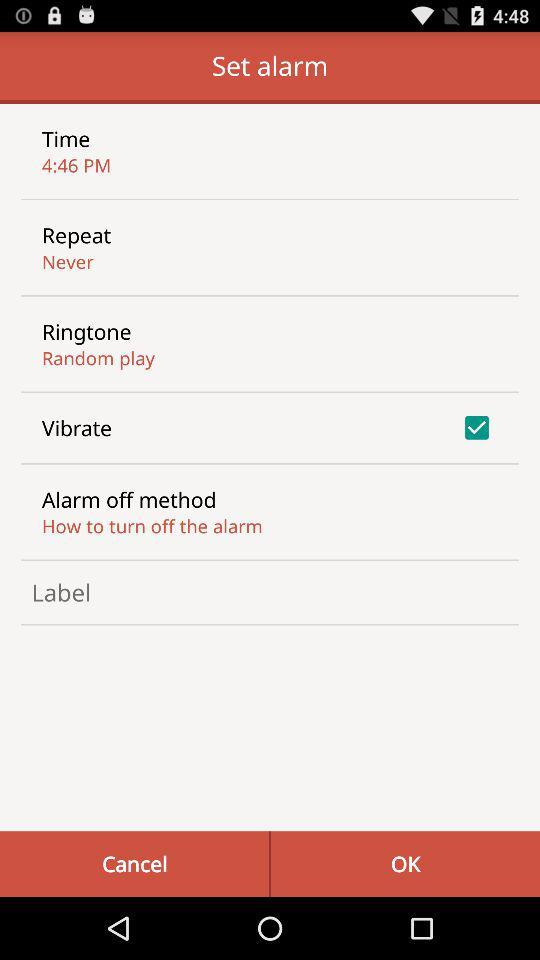 Image resolution: width=540 pixels, height=960 pixels. I want to click on the ringtone icon, so click(85, 331).